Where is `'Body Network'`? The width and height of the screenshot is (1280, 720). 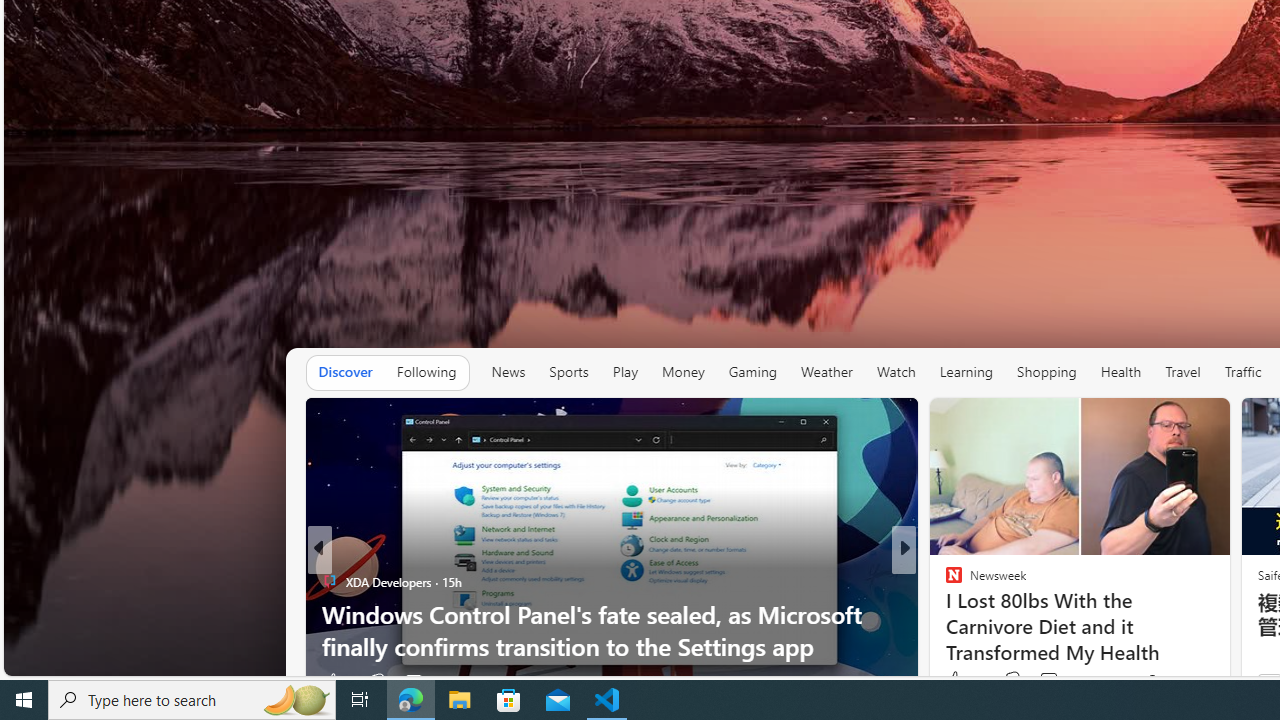
'Body Network' is located at coordinates (944, 581).